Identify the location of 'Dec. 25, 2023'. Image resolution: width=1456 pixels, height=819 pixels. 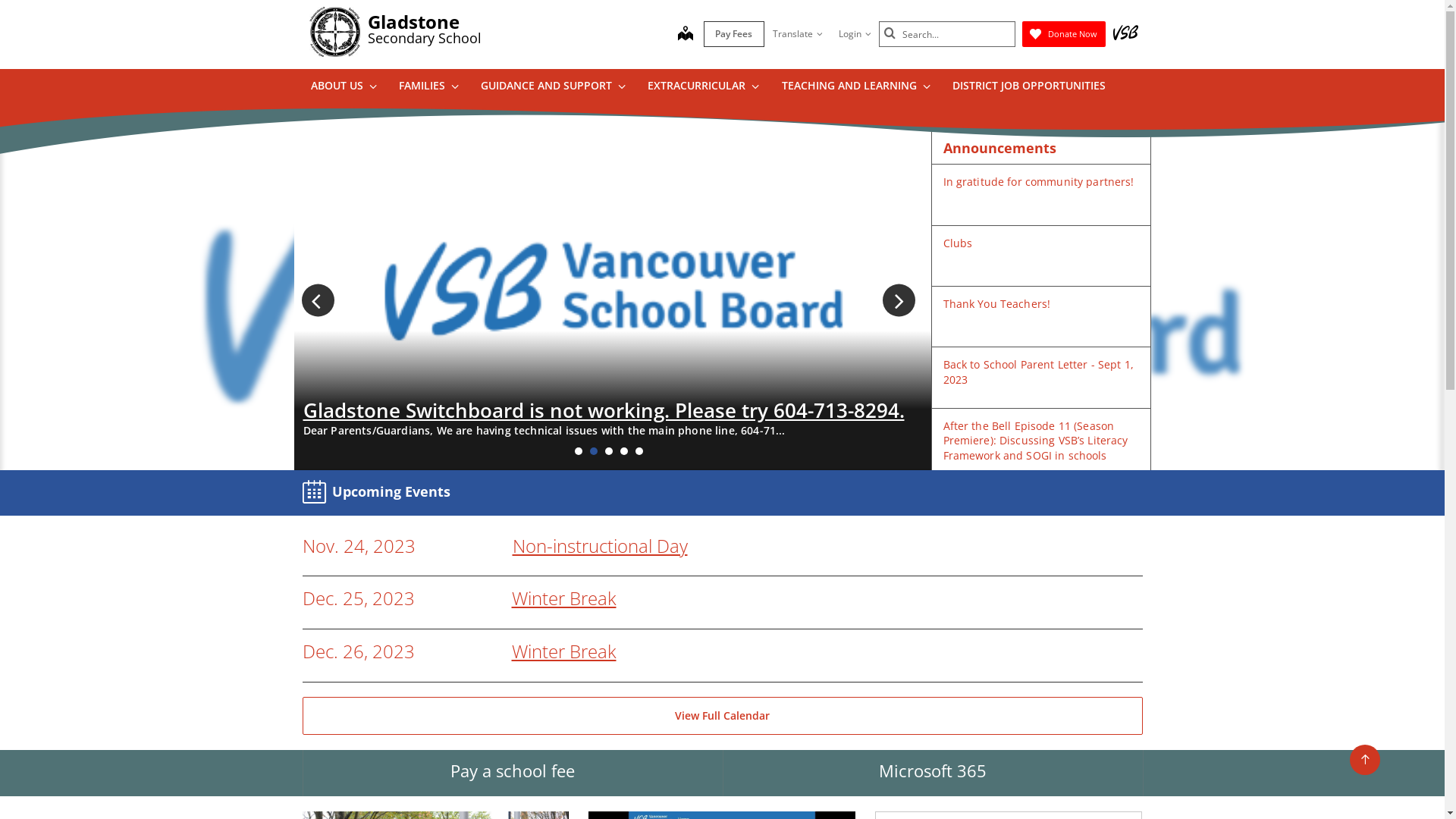
(356, 598).